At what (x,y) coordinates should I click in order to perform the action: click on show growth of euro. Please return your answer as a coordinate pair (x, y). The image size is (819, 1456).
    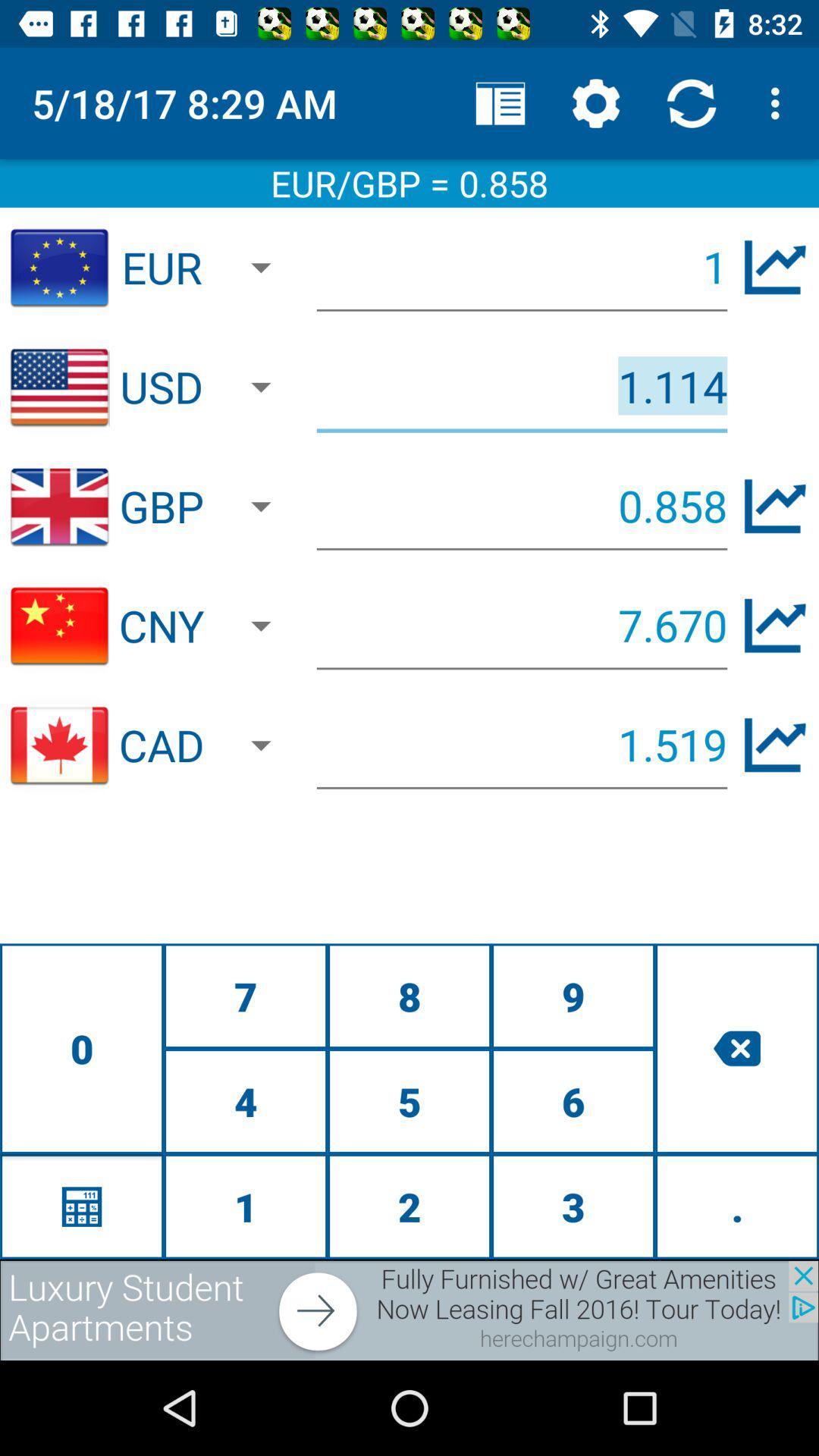
    Looking at the image, I should click on (775, 267).